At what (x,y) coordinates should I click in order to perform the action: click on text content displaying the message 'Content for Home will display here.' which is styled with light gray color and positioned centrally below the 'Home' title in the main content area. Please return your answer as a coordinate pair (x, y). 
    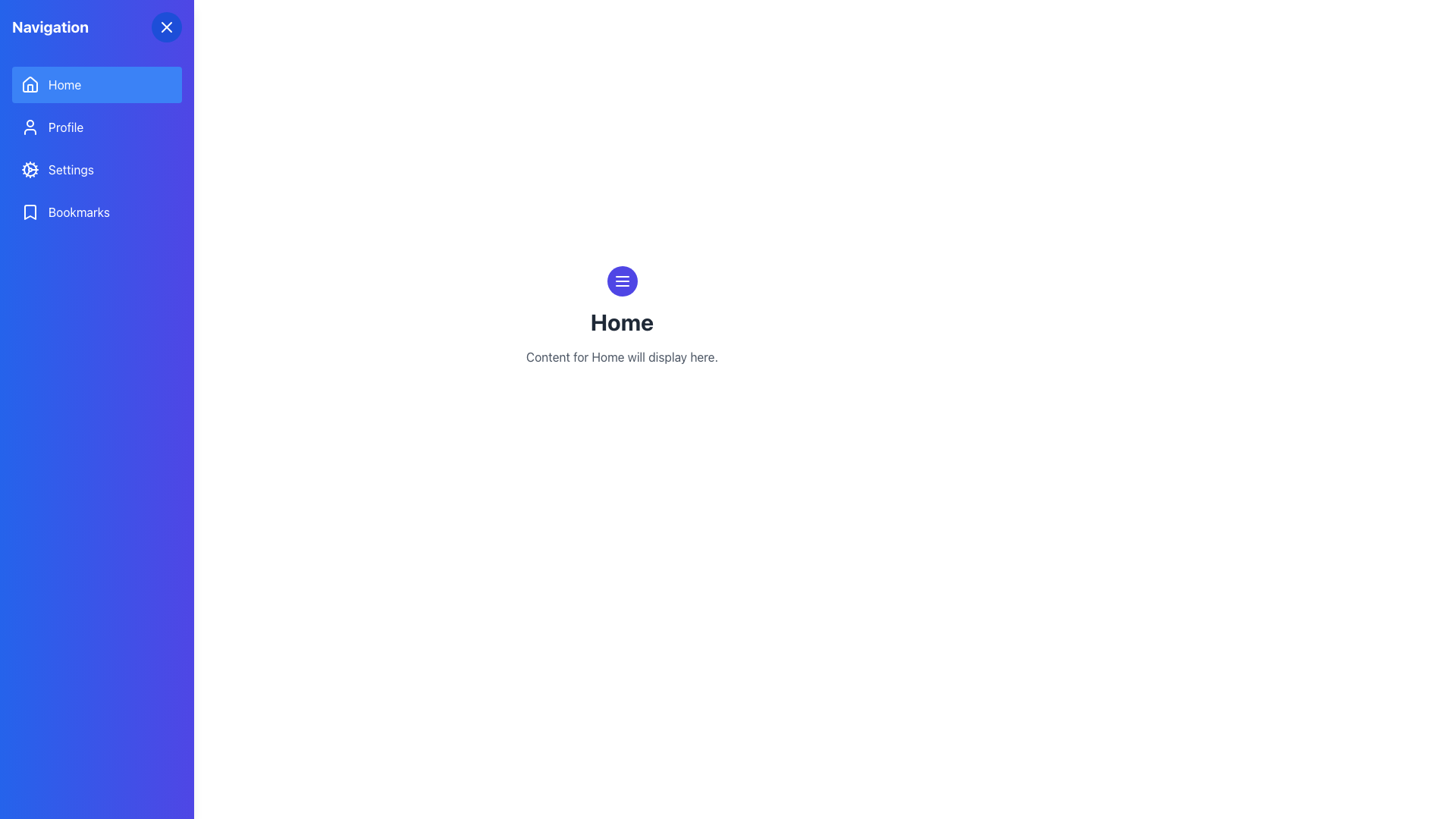
    Looking at the image, I should click on (622, 356).